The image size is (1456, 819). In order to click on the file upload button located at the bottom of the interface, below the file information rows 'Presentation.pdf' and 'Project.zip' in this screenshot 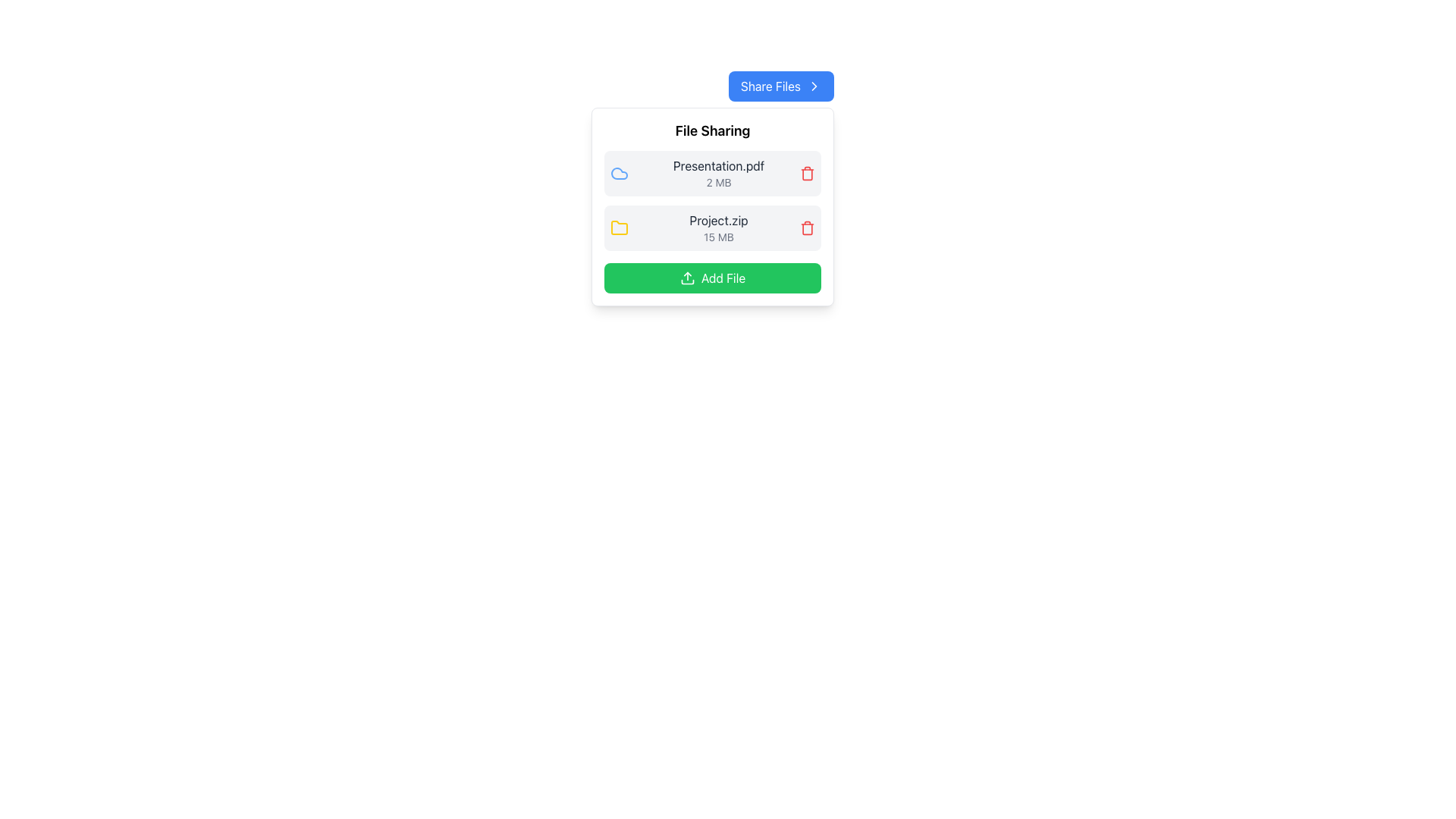, I will do `click(712, 278)`.